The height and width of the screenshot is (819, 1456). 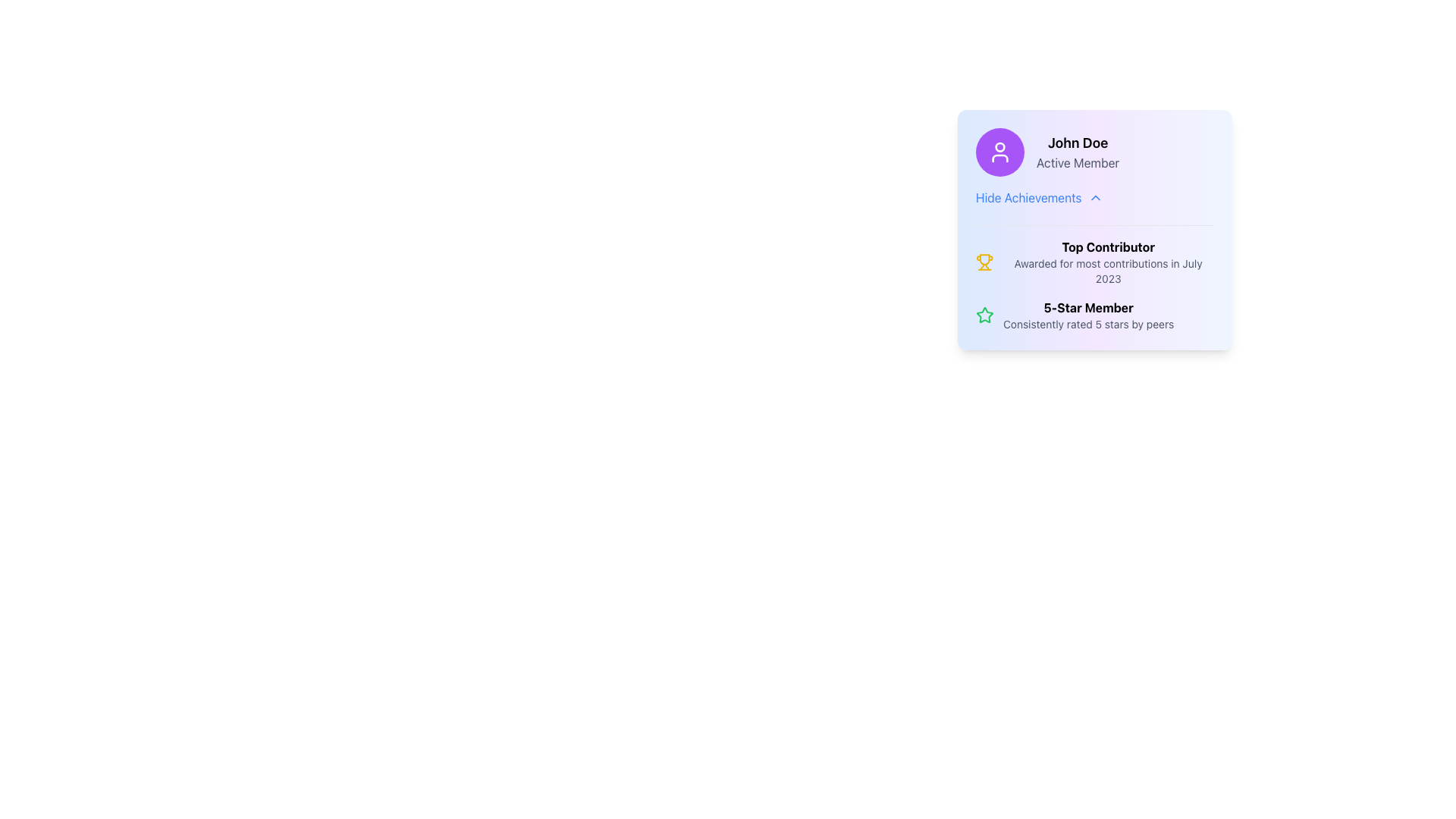 I want to click on the '5-Star Member' achievement icon located in the bottom-right area of the user profile card, which is directly below the 'Top Contributor' achievement section, so click(x=985, y=314).